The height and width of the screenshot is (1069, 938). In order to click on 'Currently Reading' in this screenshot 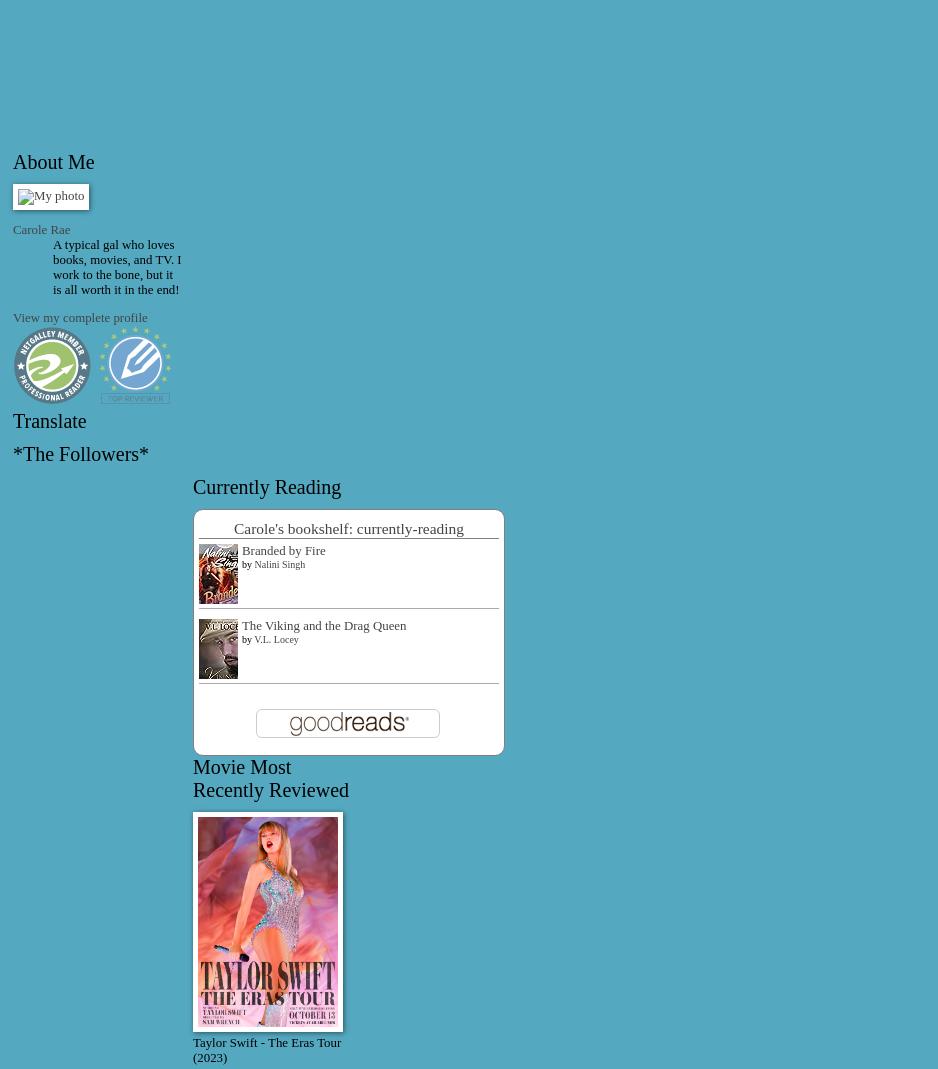, I will do `click(265, 484)`.